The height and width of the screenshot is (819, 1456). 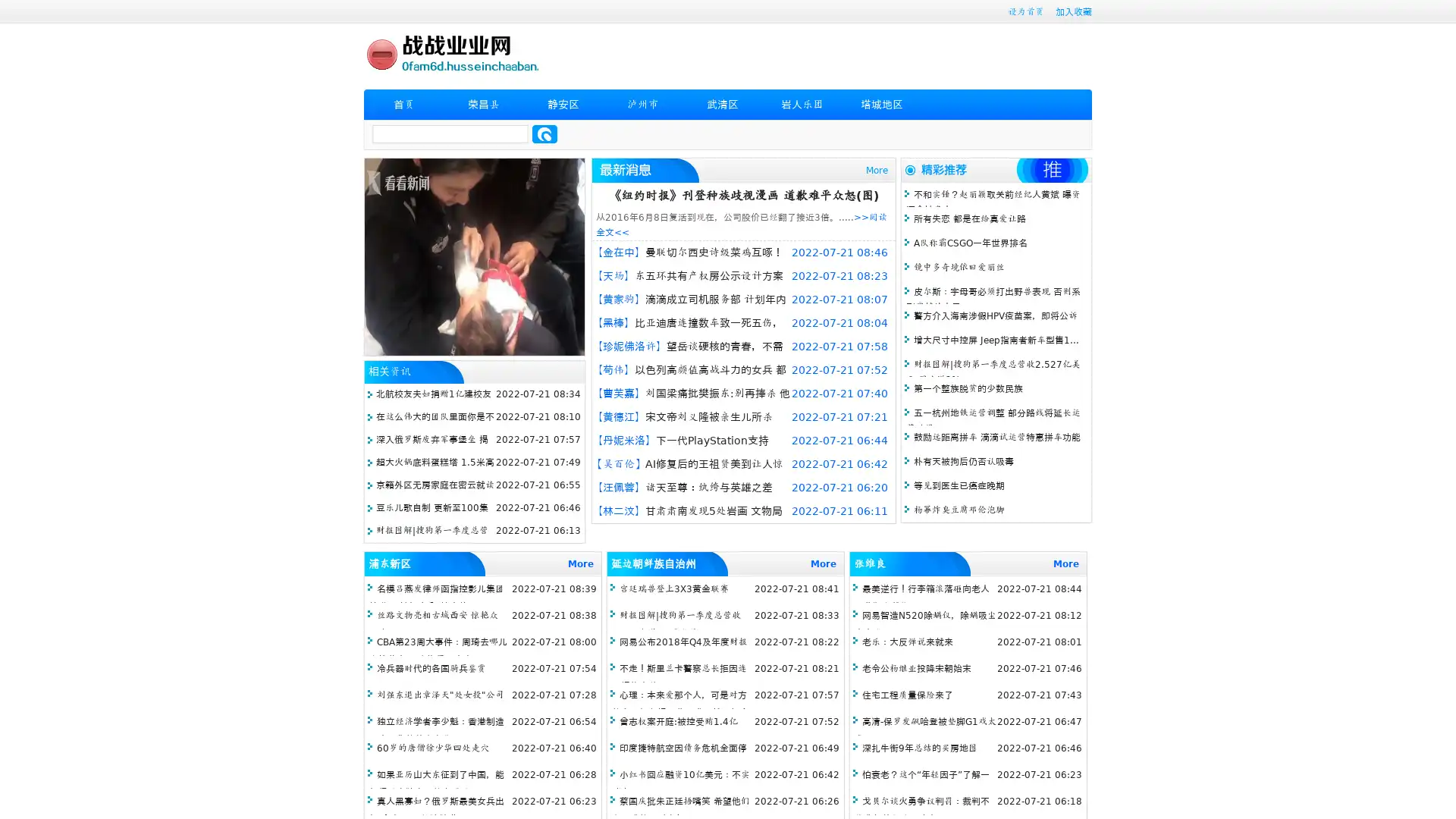 I want to click on Search, so click(x=544, y=133).